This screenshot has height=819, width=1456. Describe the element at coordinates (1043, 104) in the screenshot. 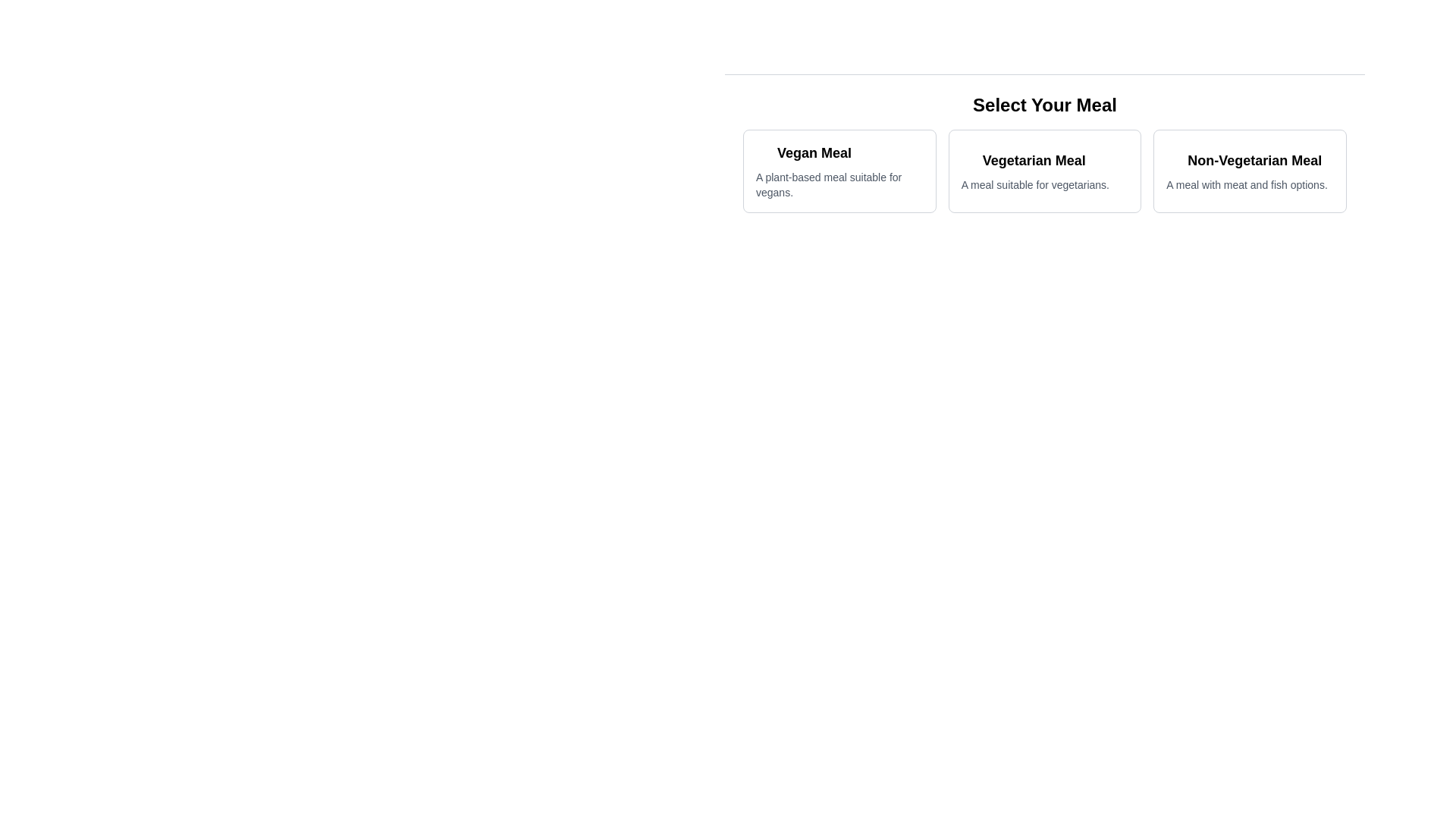

I see `text displayed in the heading element that says 'Select Your Meal', which is a large, bold black font heading centered above the menu options` at that location.